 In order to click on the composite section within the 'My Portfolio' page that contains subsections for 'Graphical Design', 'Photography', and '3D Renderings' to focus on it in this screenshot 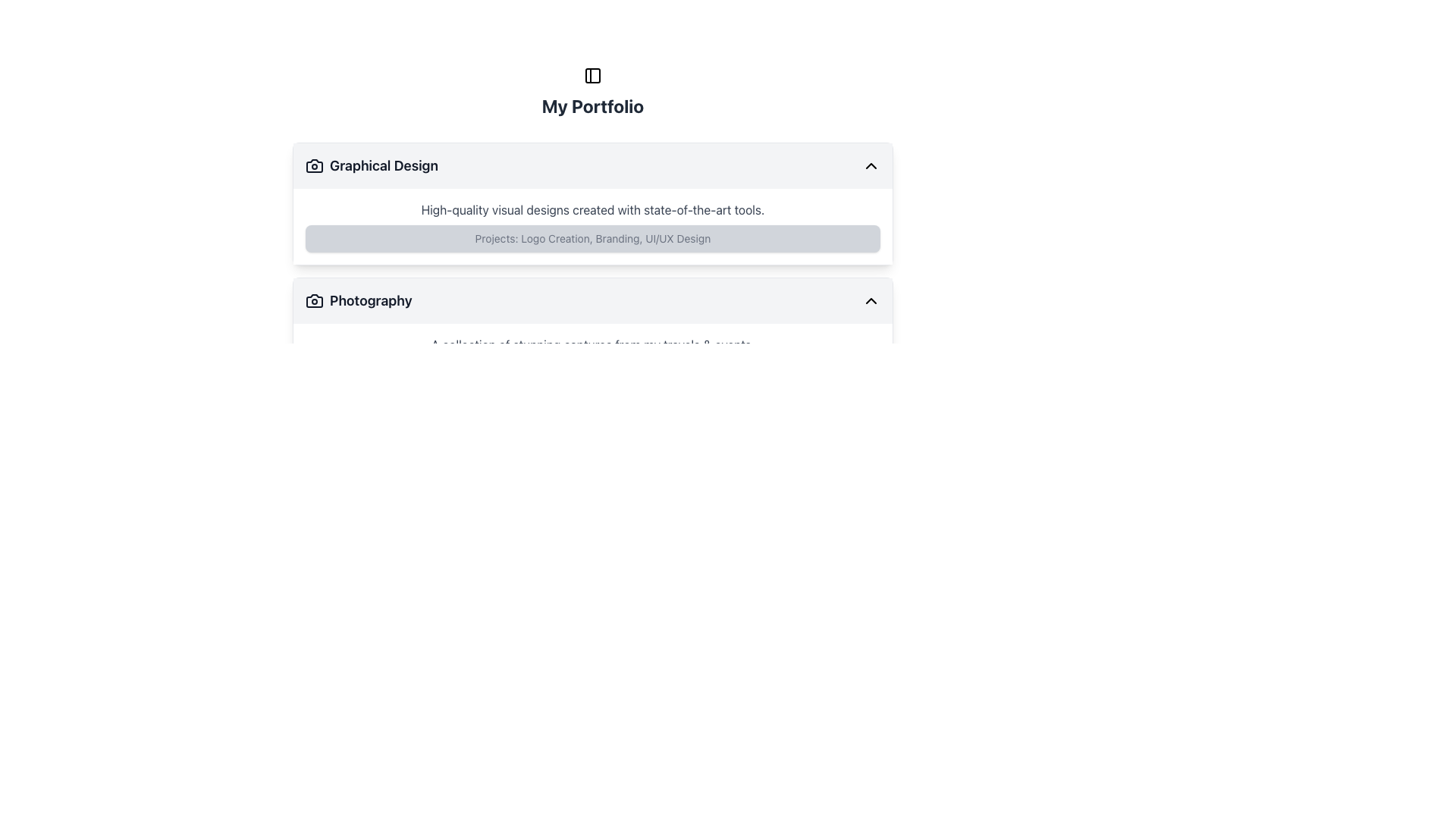, I will do `click(592, 338)`.